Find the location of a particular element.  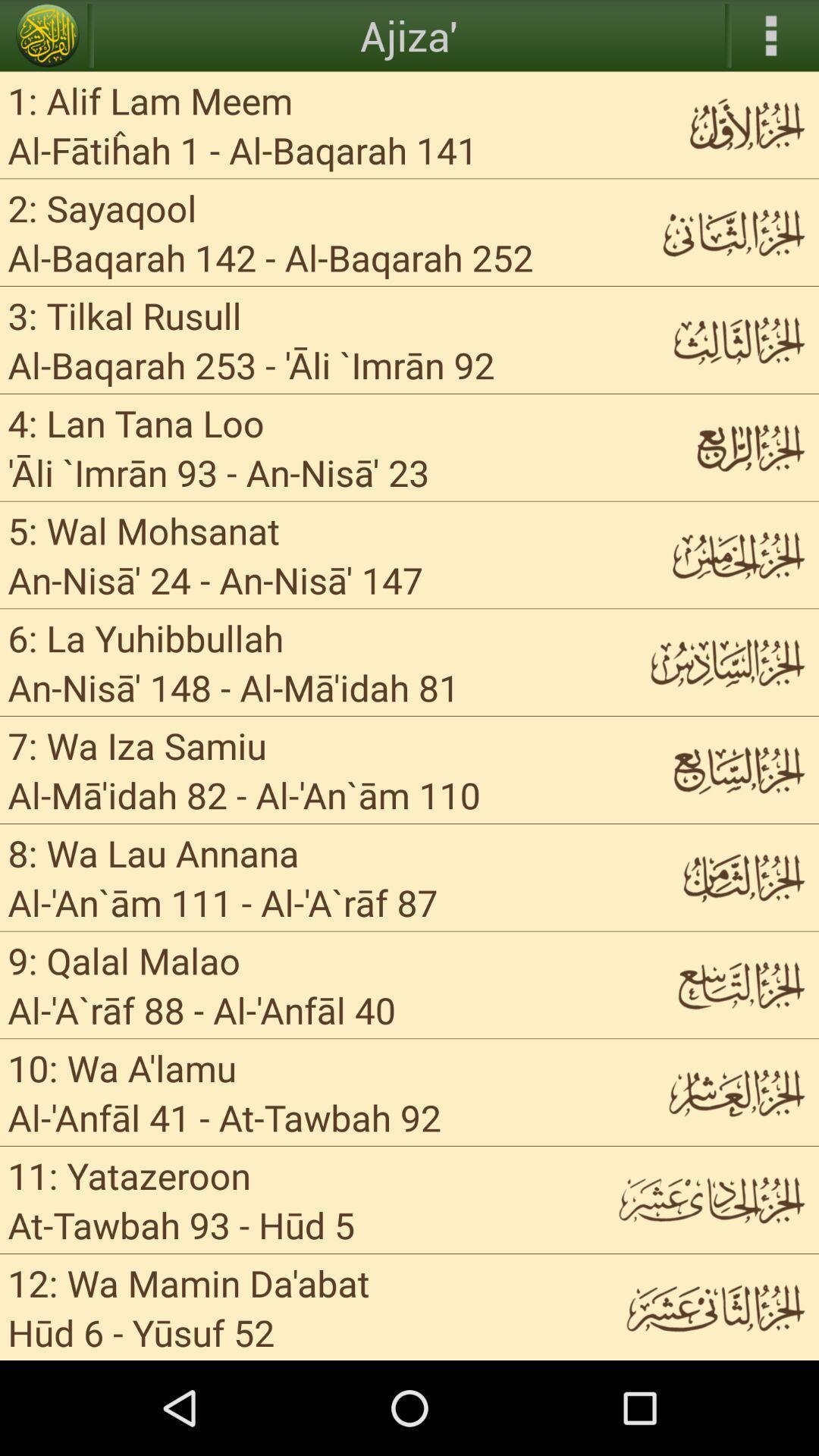

the app below al baqarah 142 icon is located at coordinates (124, 314).